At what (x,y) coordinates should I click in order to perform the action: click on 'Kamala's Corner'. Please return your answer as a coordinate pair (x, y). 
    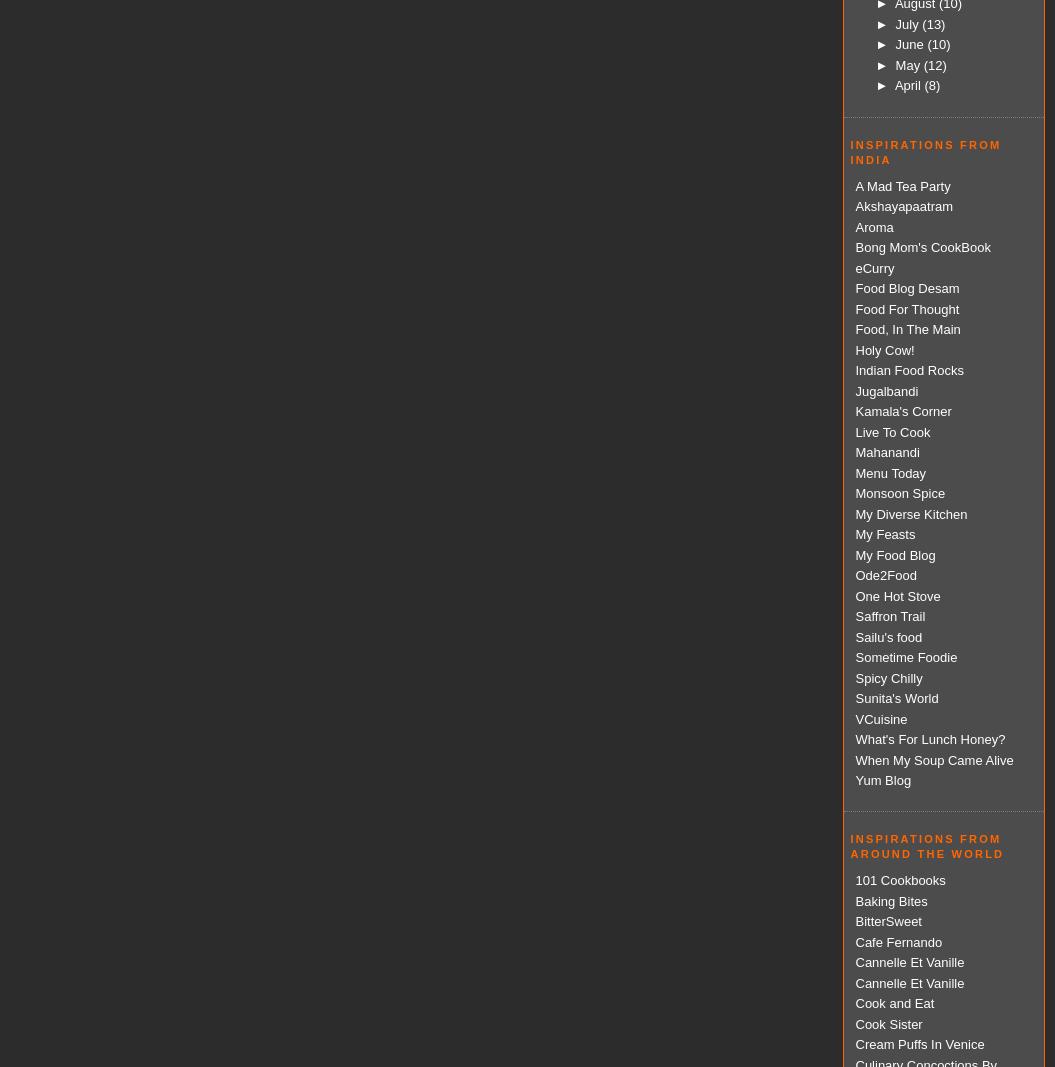
    Looking at the image, I should click on (901, 410).